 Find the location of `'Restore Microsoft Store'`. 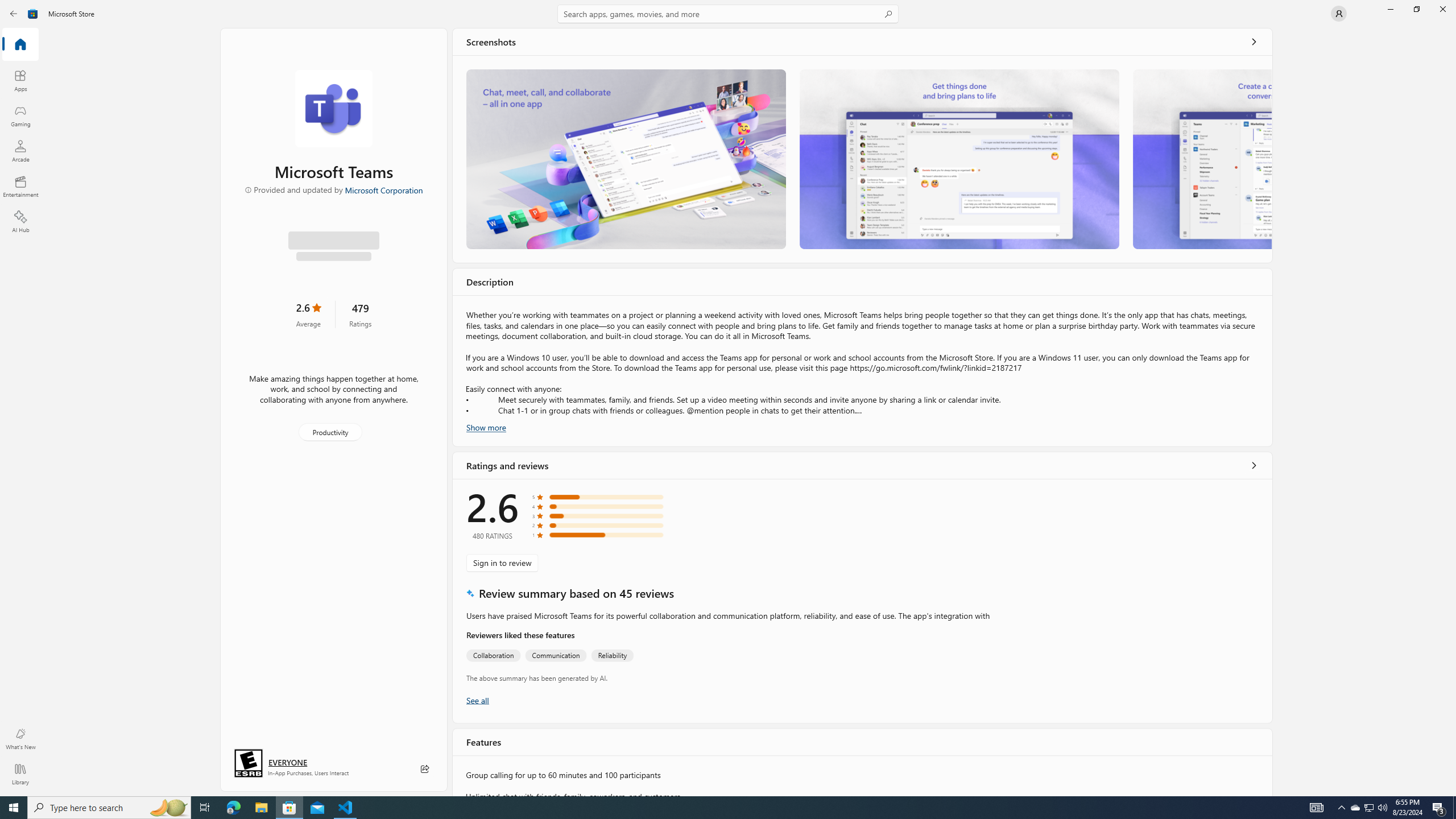

'Restore Microsoft Store' is located at coordinates (1416, 9).